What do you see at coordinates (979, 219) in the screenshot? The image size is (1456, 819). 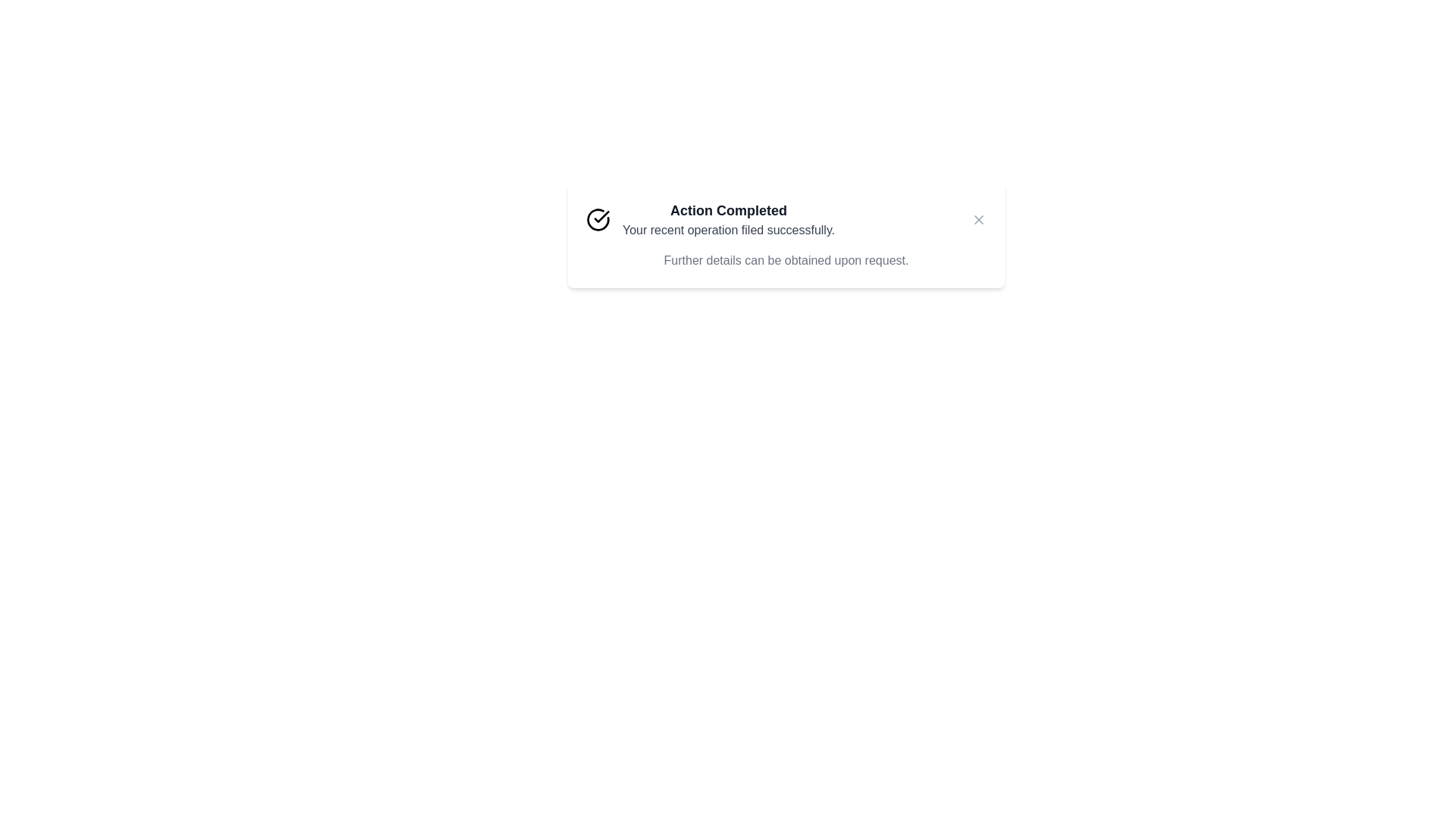 I see `the close button located at the upper-right corner of the notification panel to observe the color change` at bounding box center [979, 219].